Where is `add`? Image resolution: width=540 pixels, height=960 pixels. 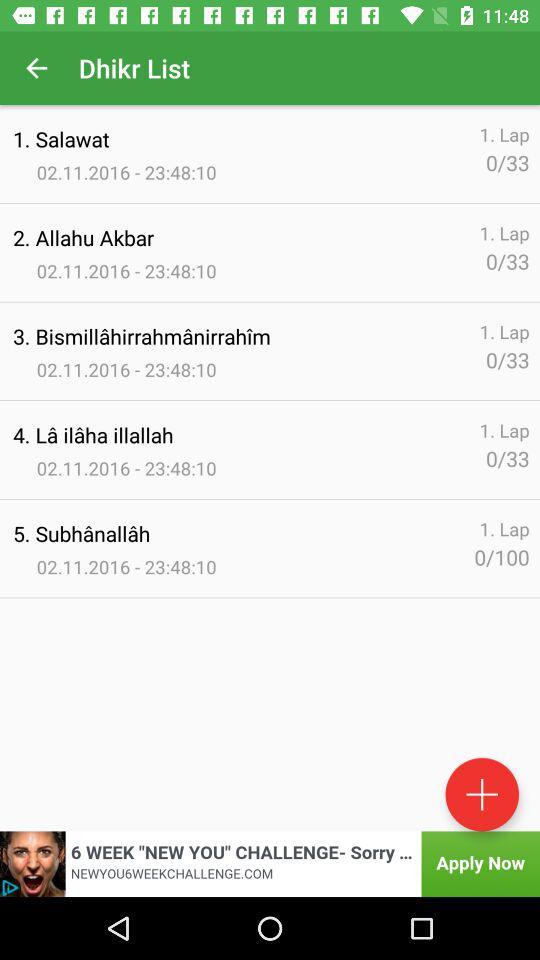 add is located at coordinates (481, 794).